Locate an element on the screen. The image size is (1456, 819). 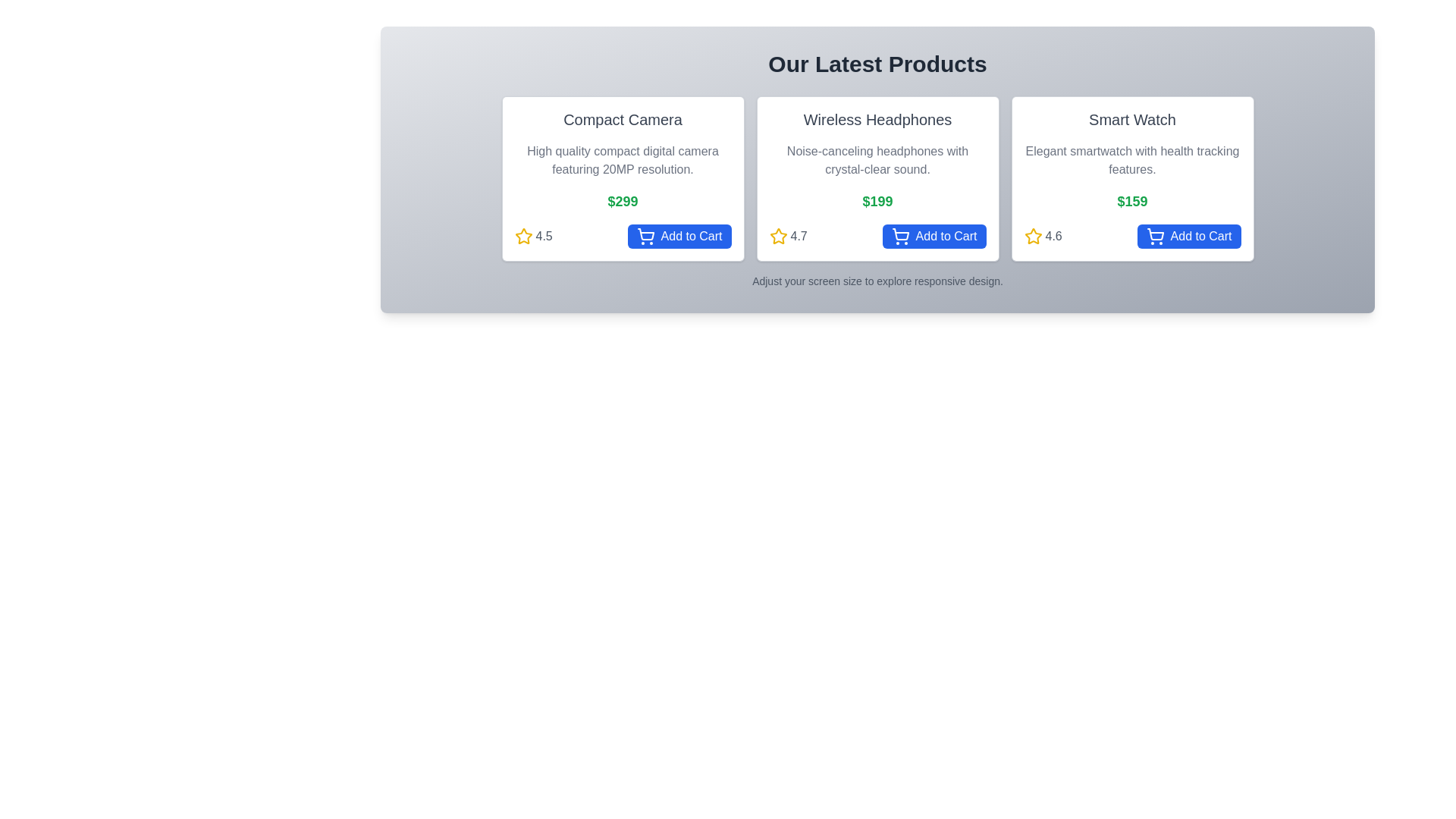
the 'Add to Cart' button for the third product card labeled 'Smart Watch' by clicking on its icon located at the bottom-right of the card is located at coordinates (1154, 234).